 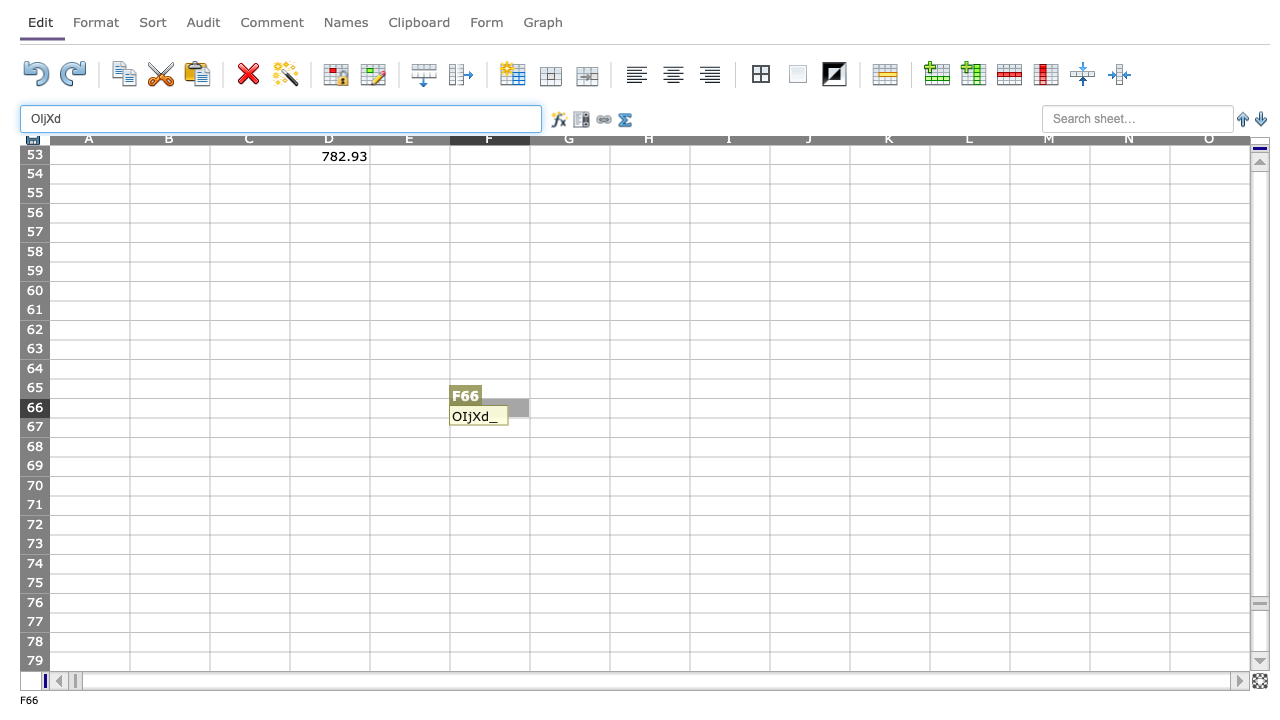 What do you see at coordinates (568, 661) in the screenshot?
I see `column G row 79` at bounding box center [568, 661].